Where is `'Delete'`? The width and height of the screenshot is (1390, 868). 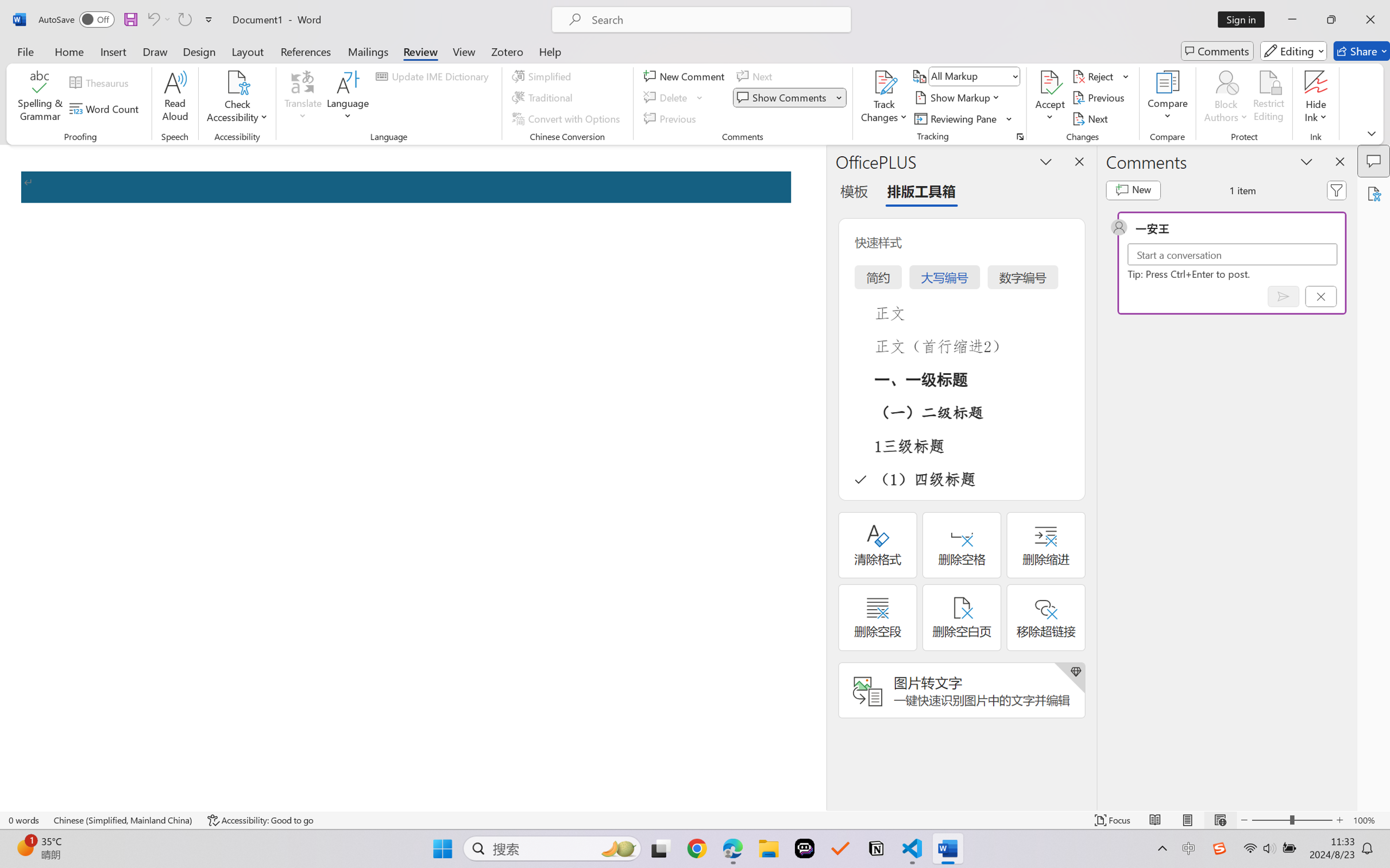
'Delete' is located at coordinates (674, 98).